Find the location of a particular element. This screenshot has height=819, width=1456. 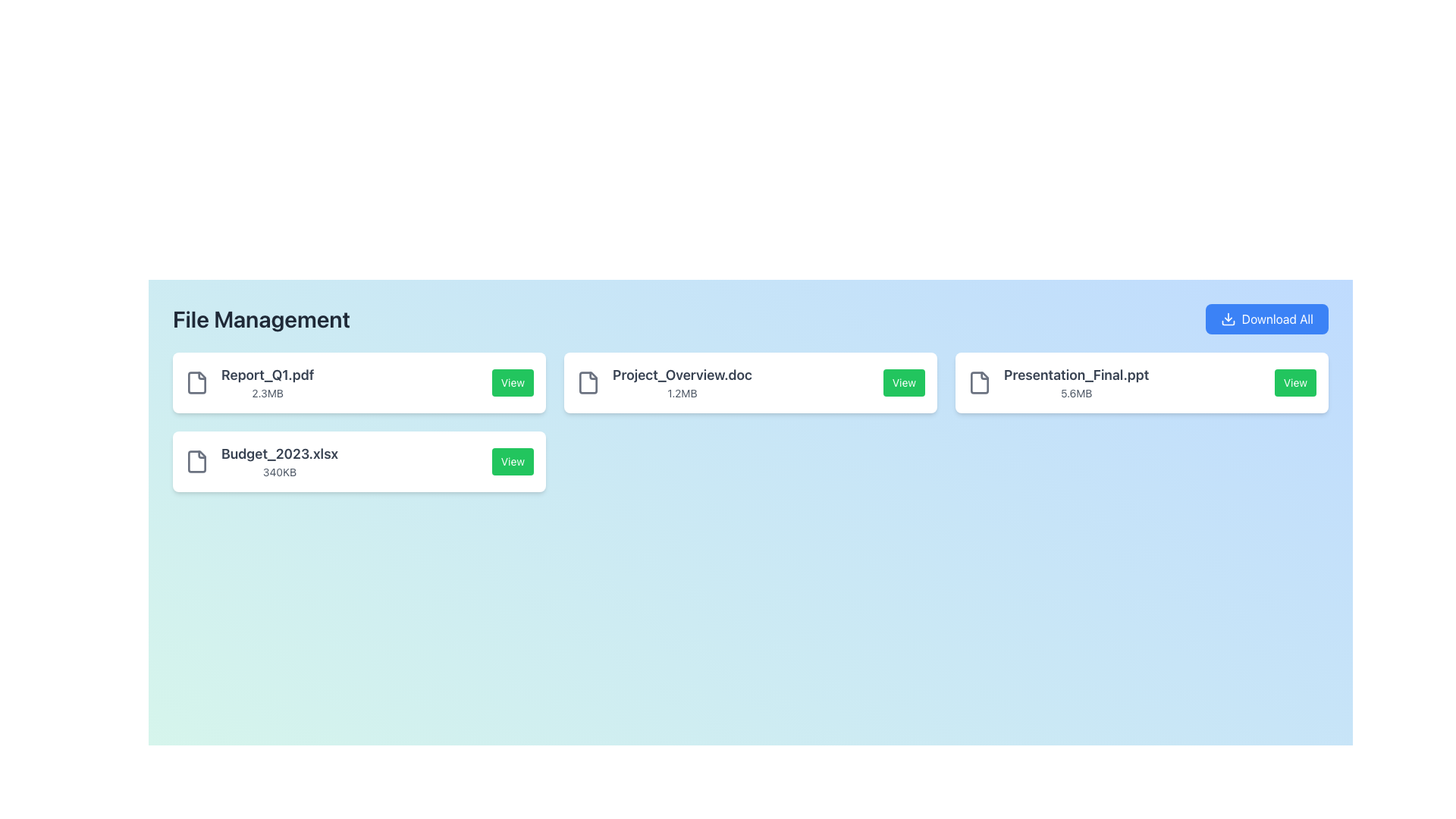

the icon representing the file 'Budget_2023.xlsx' for selection is located at coordinates (196, 461).